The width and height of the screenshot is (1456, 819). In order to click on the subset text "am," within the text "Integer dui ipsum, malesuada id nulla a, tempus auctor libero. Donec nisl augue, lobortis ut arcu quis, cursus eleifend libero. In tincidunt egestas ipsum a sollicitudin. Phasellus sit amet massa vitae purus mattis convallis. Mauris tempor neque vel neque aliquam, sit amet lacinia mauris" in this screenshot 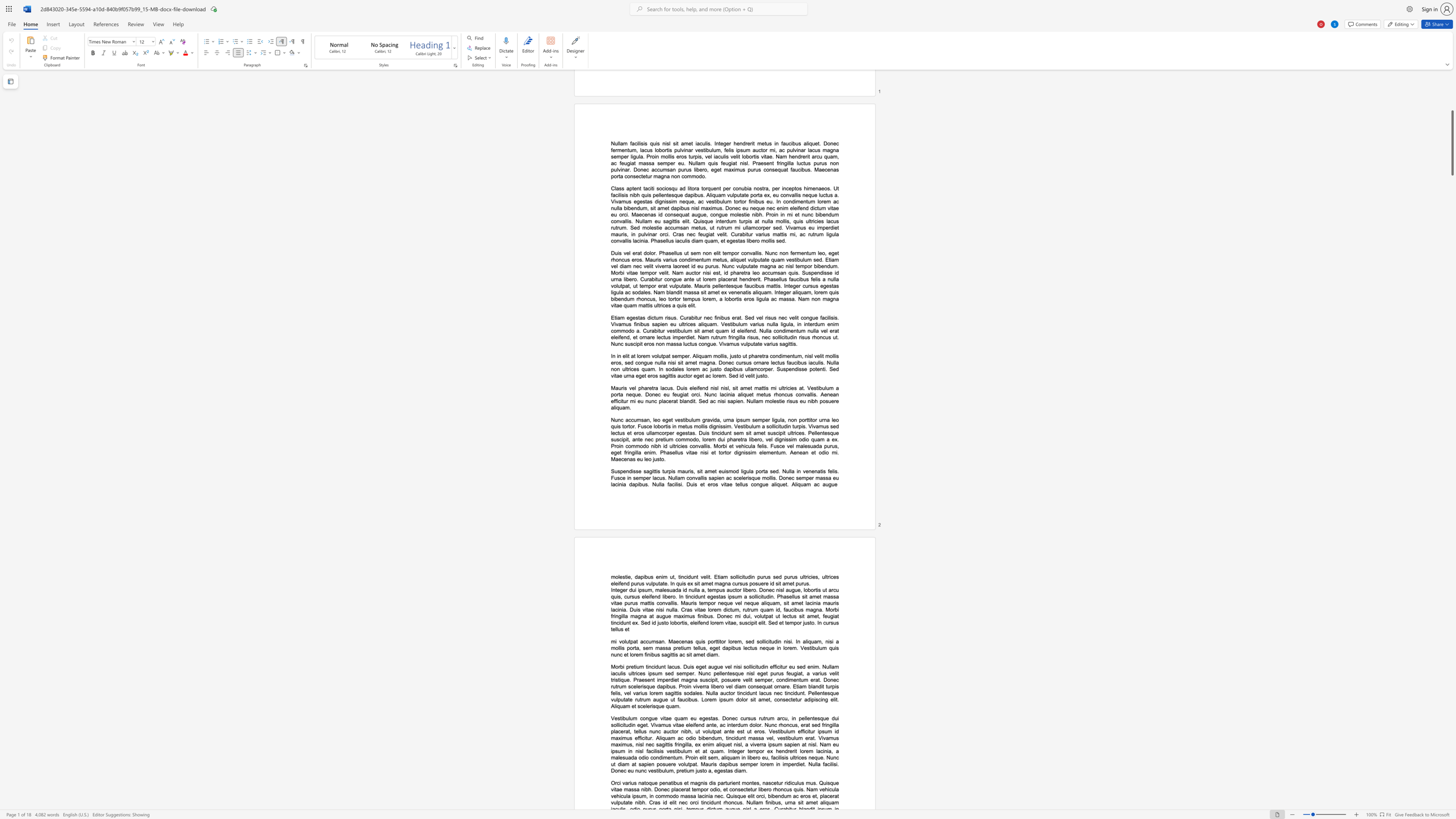, I will do `click(772, 603)`.